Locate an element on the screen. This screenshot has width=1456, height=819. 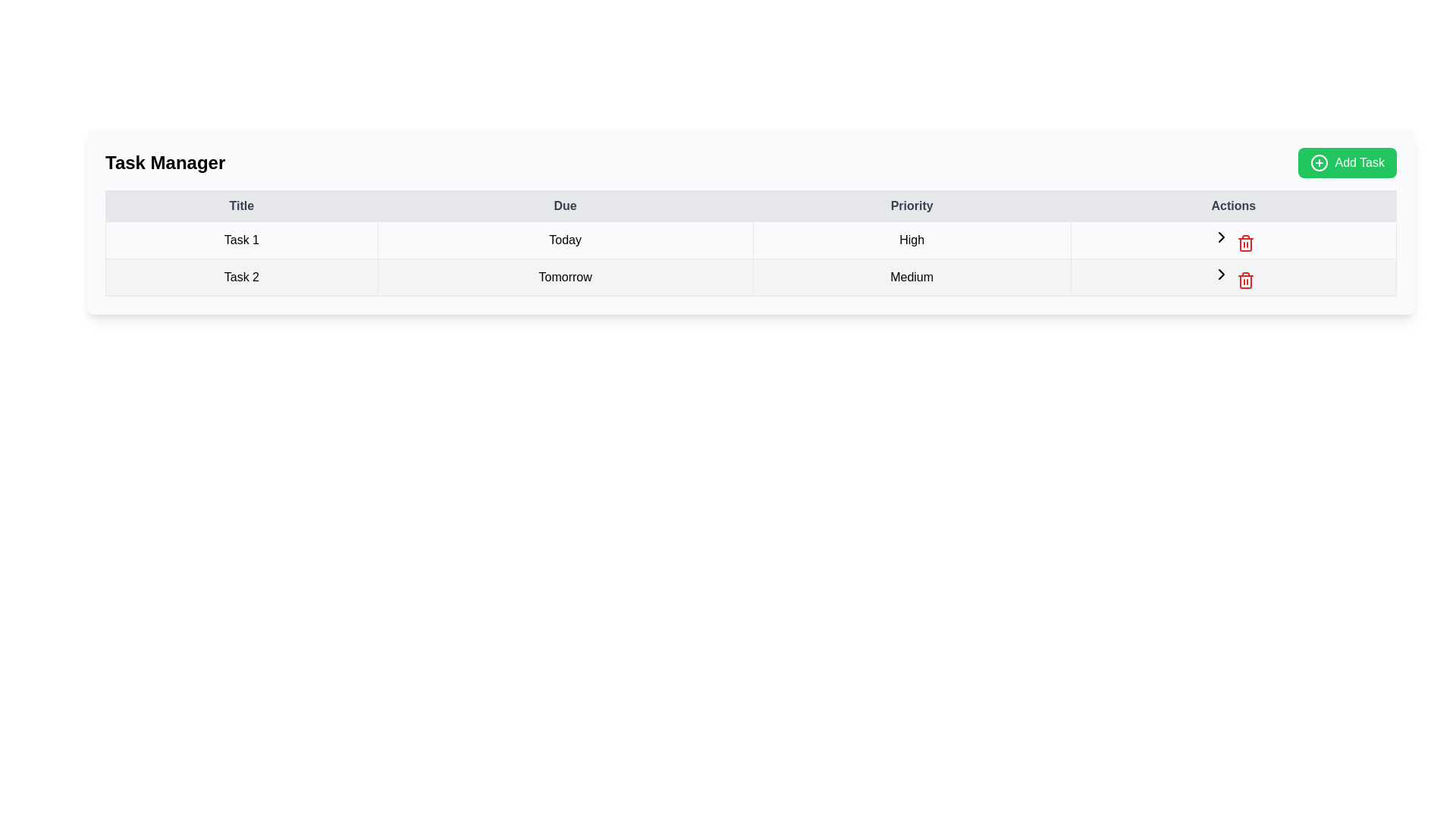
the trash bin icon in the Actions column of Task 1 is located at coordinates (1233, 239).